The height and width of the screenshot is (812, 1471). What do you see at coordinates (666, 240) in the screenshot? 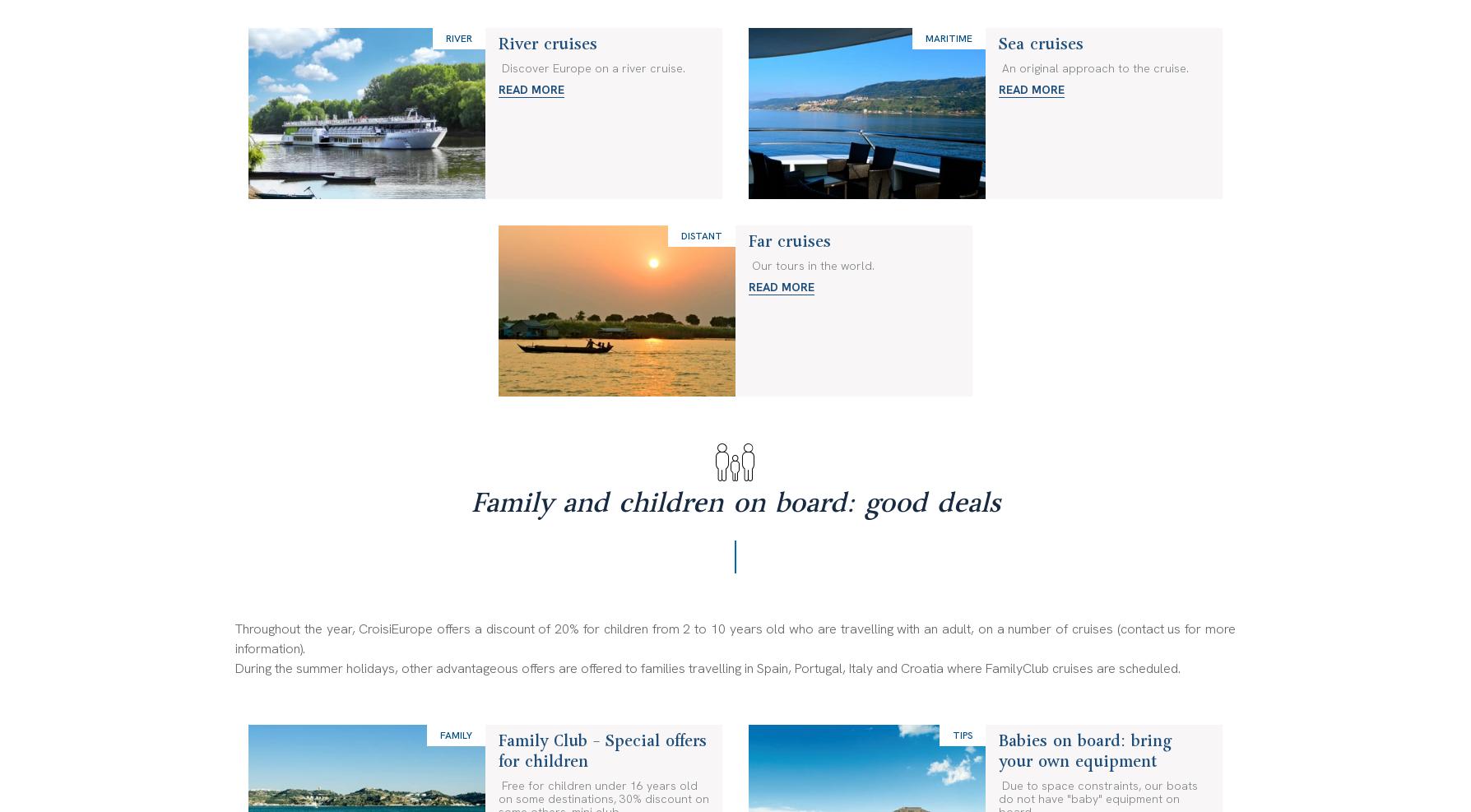
I see `'Follow us:'` at bounding box center [666, 240].